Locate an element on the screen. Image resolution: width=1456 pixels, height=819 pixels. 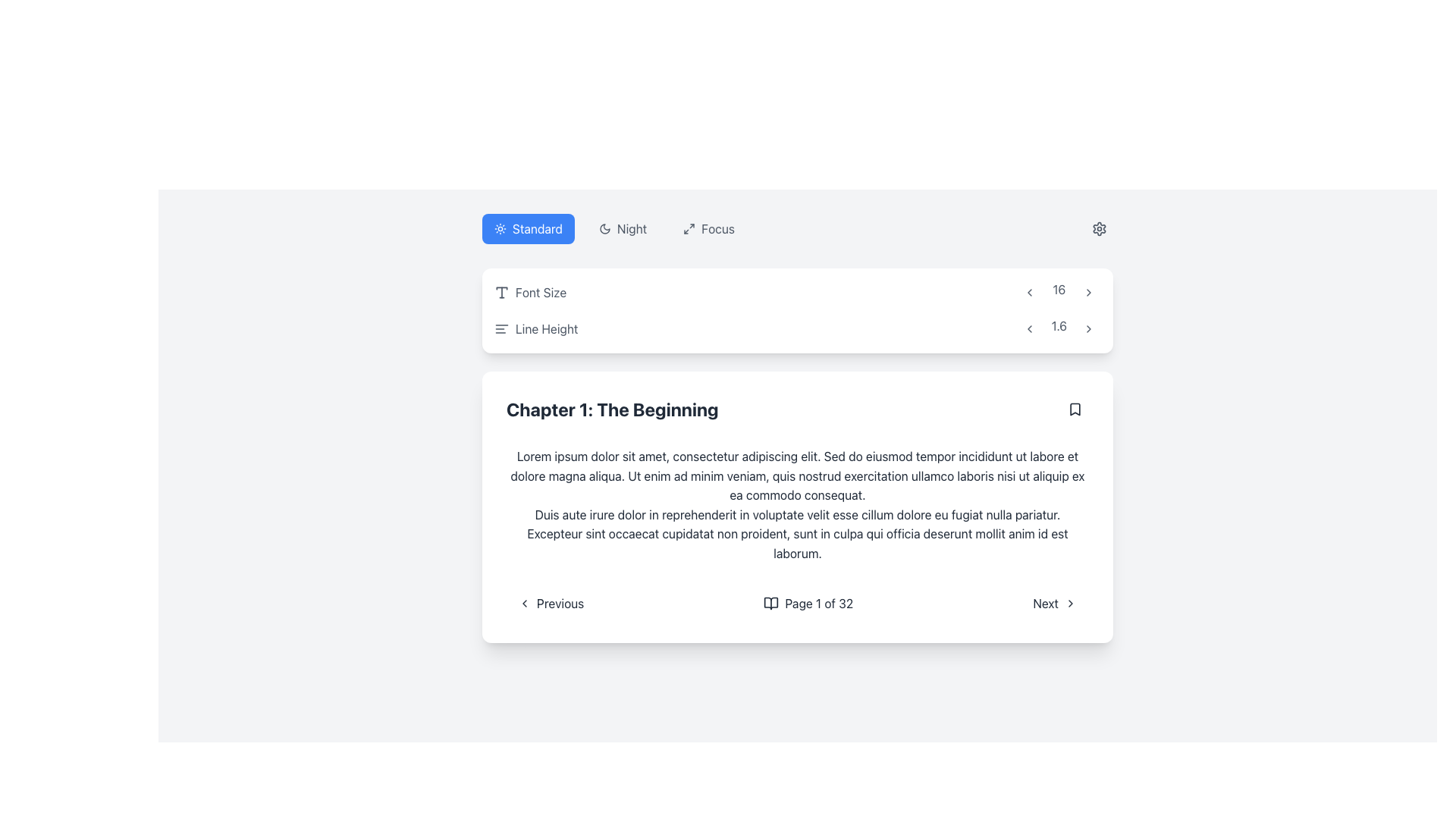
the navigation button located on the right side of the horizontal group of elements is located at coordinates (1087, 328).